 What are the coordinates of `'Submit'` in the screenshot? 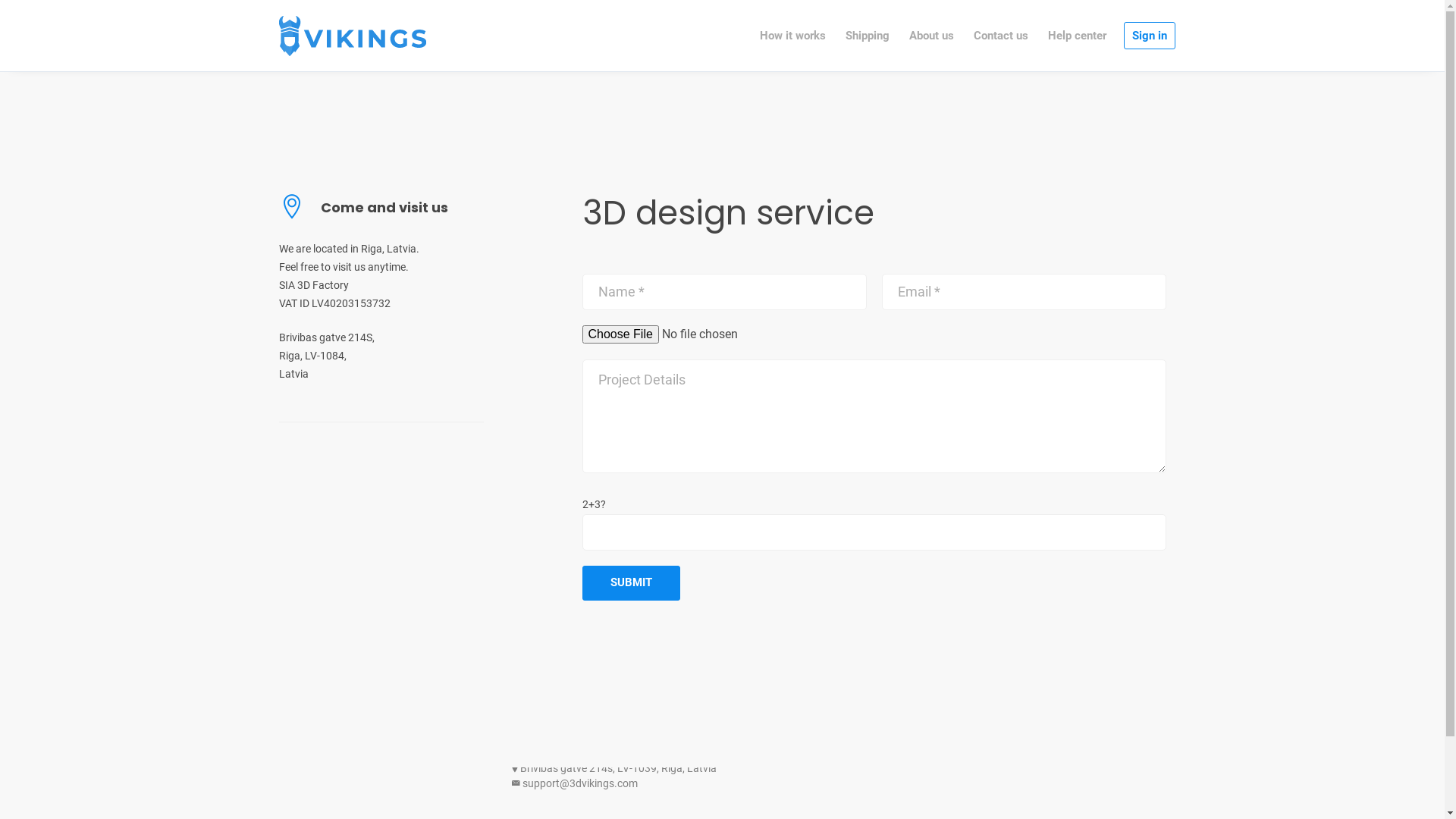 It's located at (631, 582).